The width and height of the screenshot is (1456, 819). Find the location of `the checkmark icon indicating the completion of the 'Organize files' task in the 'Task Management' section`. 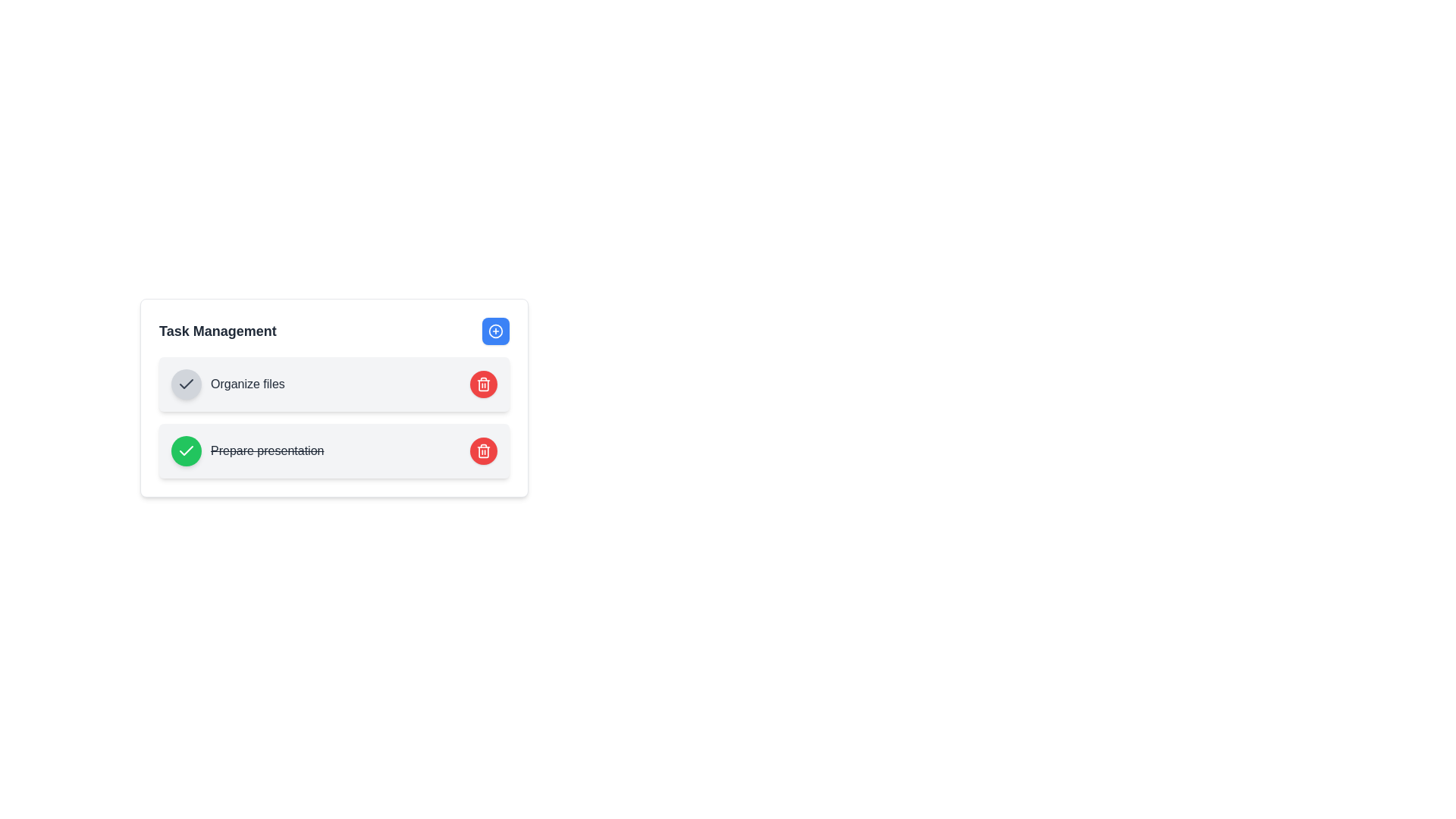

the checkmark icon indicating the completion of the 'Organize files' task in the 'Task Management' section is located at coordinates (185, 383).